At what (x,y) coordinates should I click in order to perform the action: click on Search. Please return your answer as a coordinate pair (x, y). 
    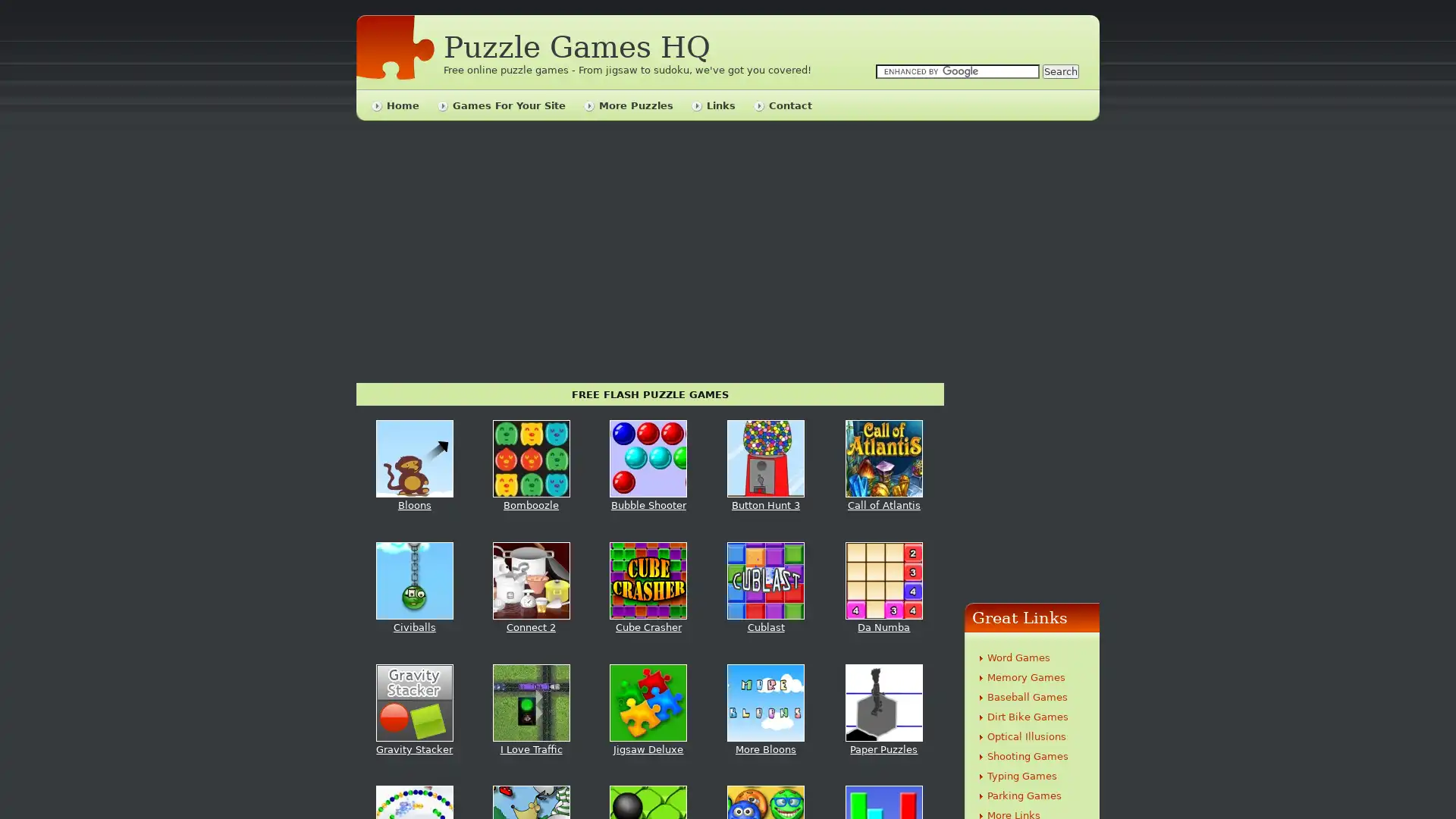
    Looking at the image, I should click on (1059, 71).